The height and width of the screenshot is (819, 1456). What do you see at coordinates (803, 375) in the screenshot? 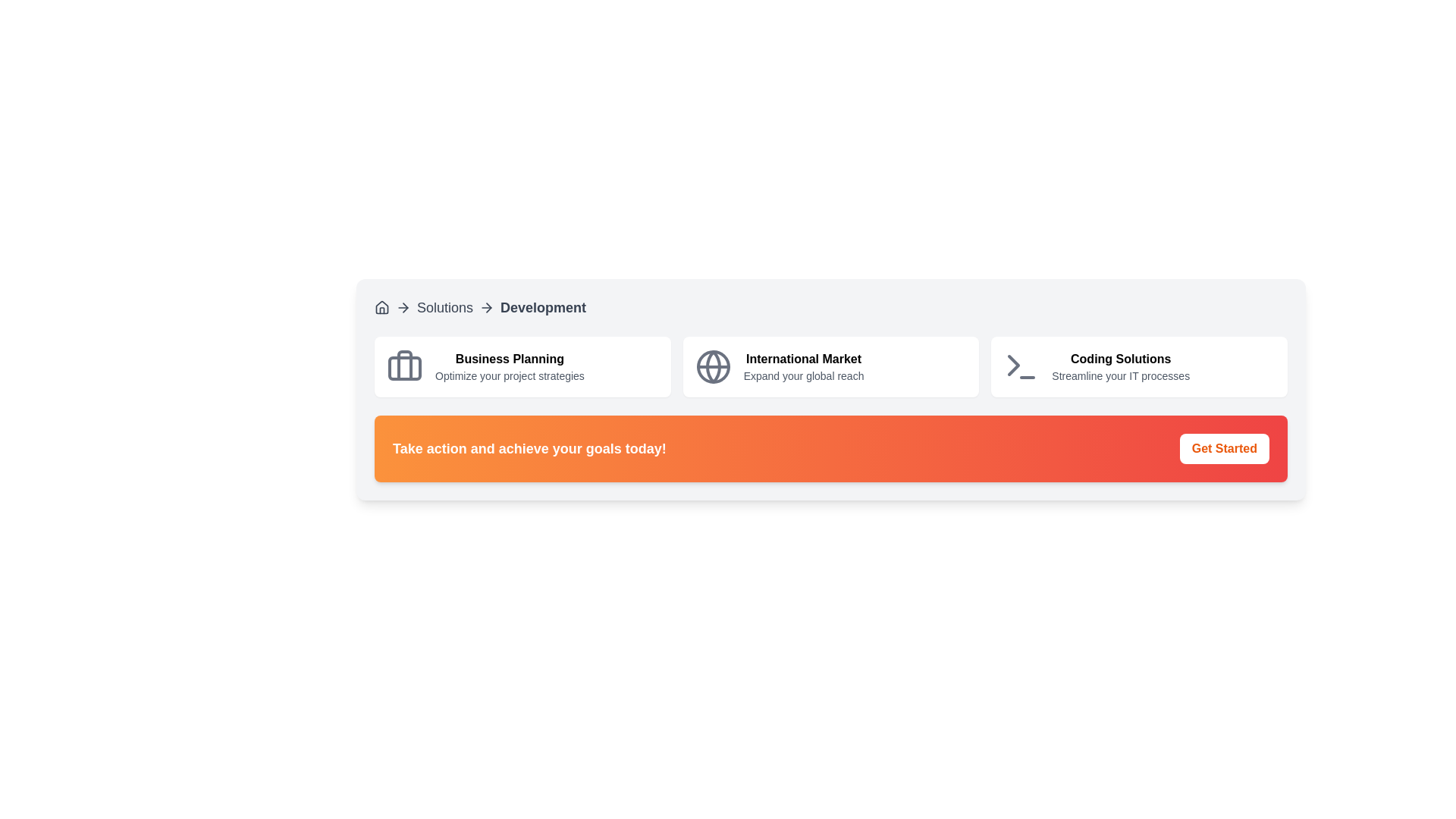
I see `the static text that serves as a descriptive subtitle for the main title 'International Market', which is positioned in the second slot of a horizontally arranged set of three cards` at bounding box center [803, 375].